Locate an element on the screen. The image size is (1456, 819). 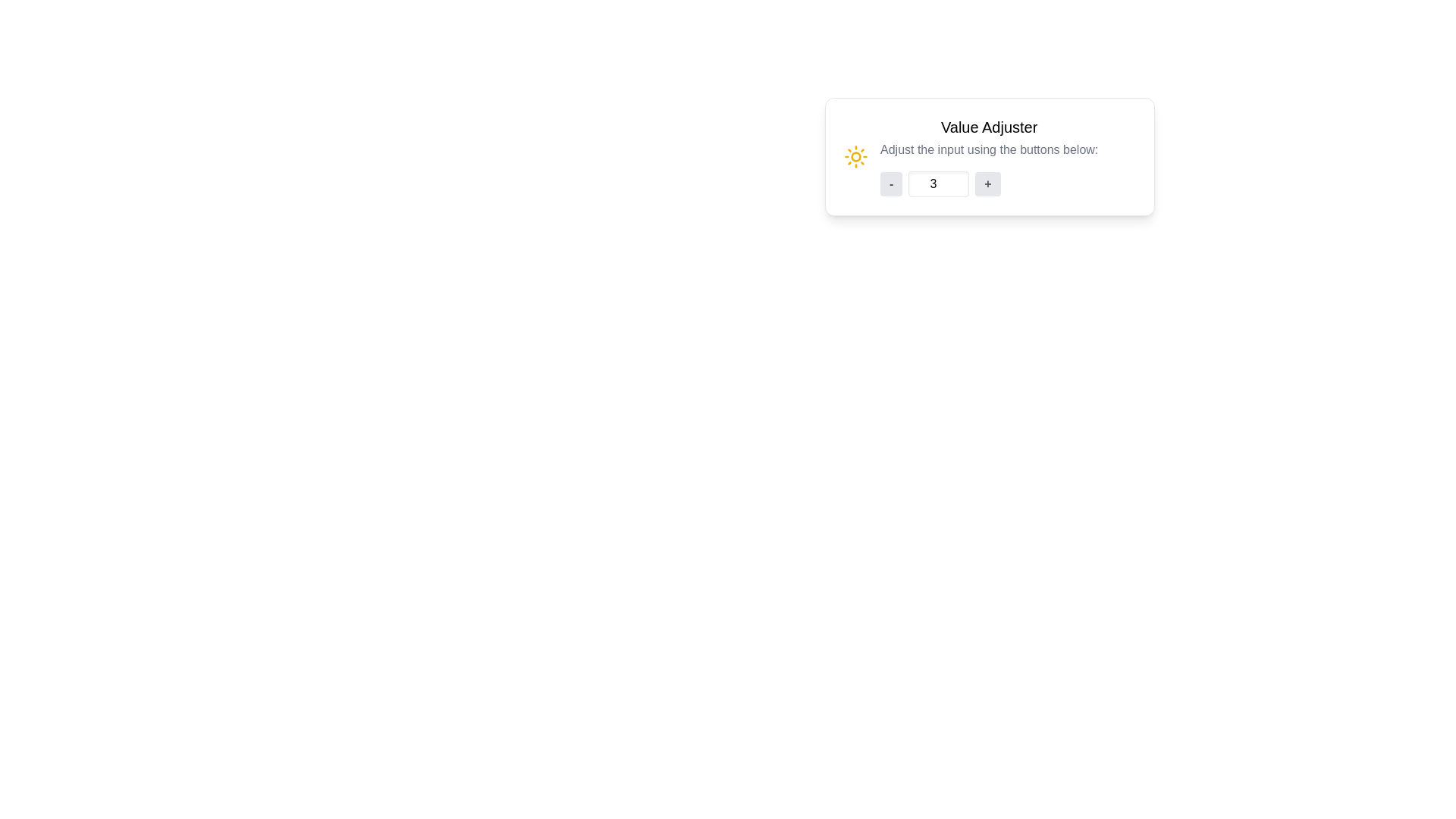
the stylized sun icon located at the top-left corner of the 'Value Adjuster' box is located at coordinates (855, 157).